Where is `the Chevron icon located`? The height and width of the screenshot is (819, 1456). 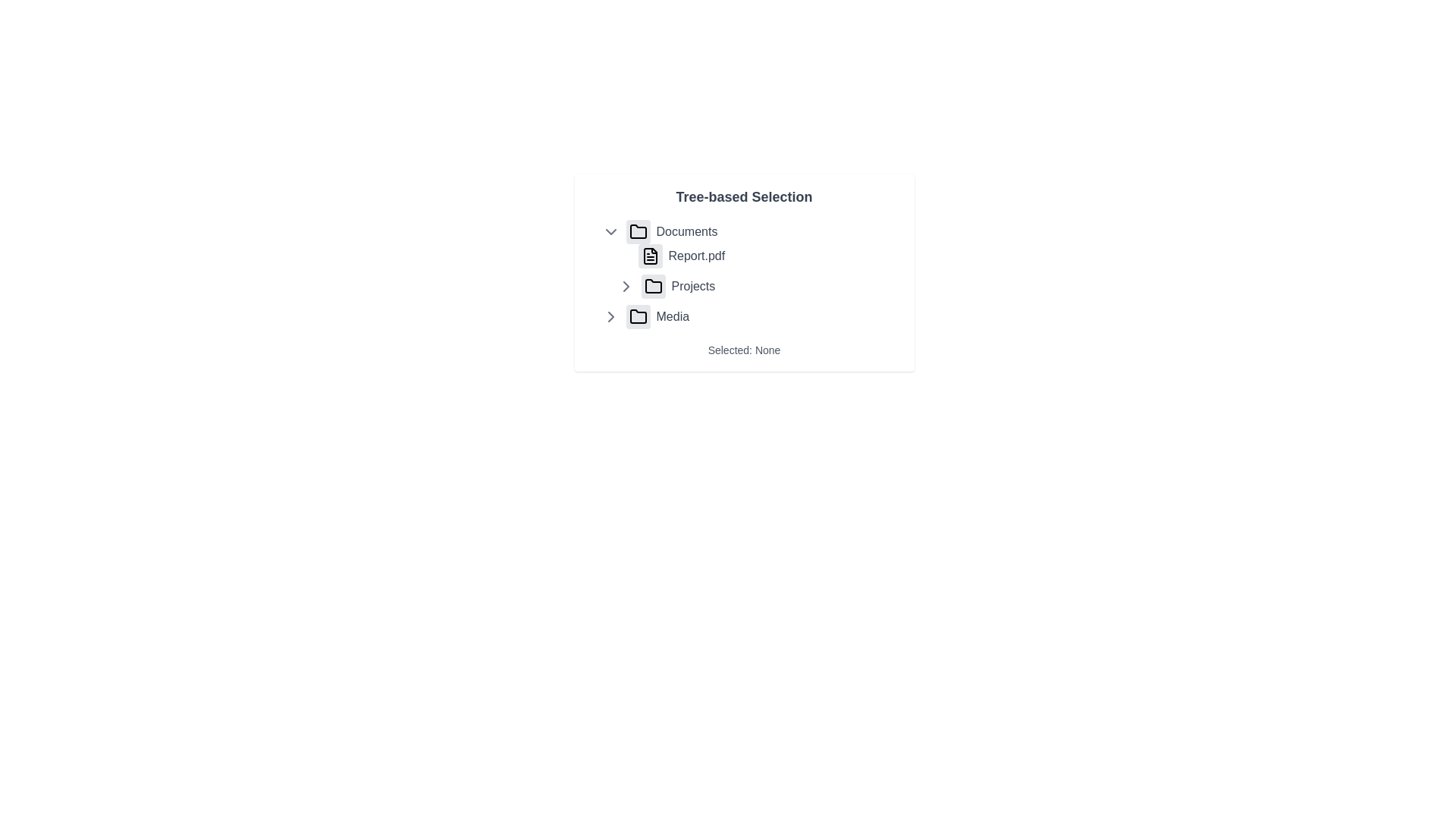
the Chevron icon located is located at coordinates (610, 315).